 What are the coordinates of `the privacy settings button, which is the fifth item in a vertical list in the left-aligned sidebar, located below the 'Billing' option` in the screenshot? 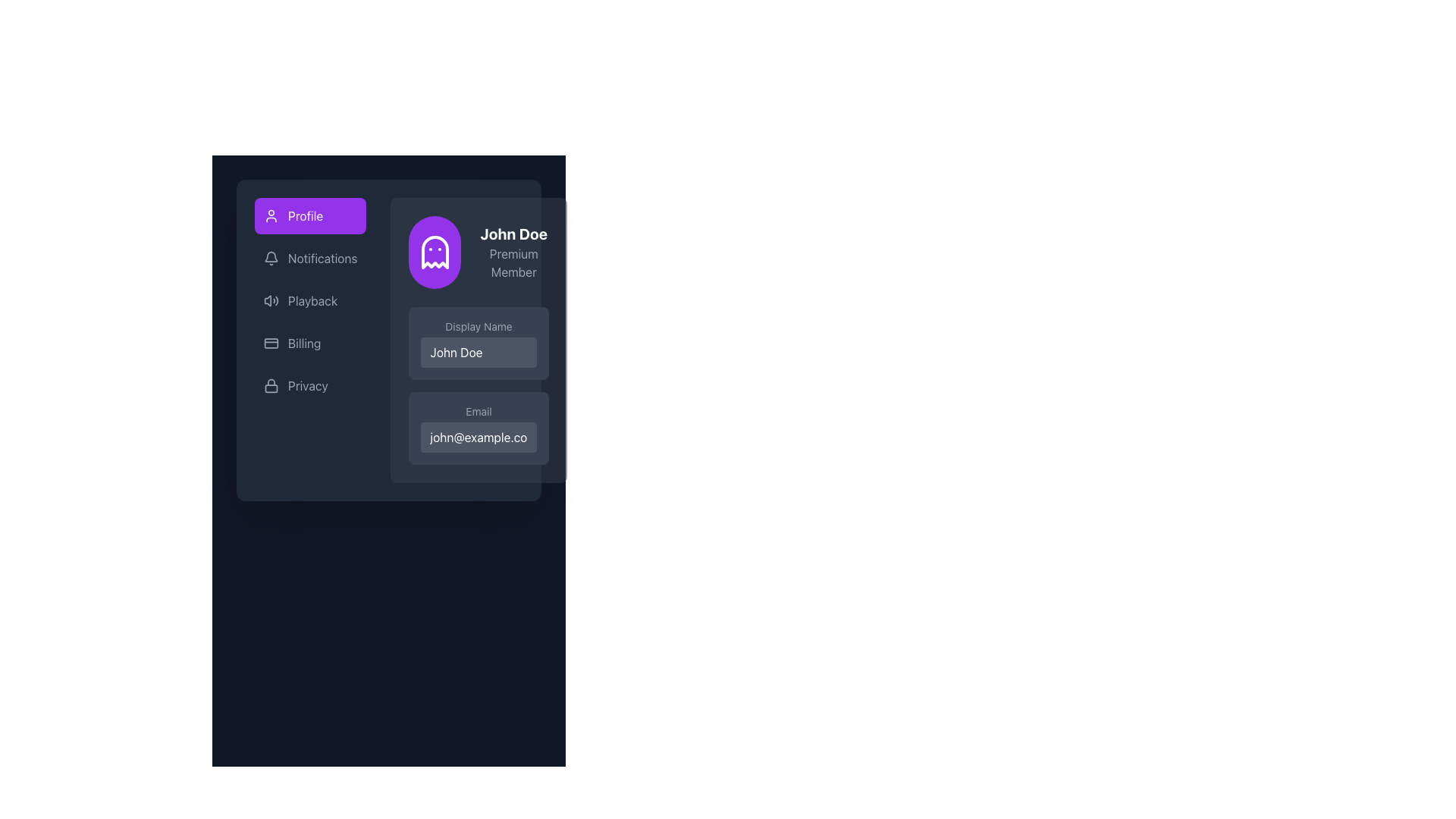 It's located at (309, 385).